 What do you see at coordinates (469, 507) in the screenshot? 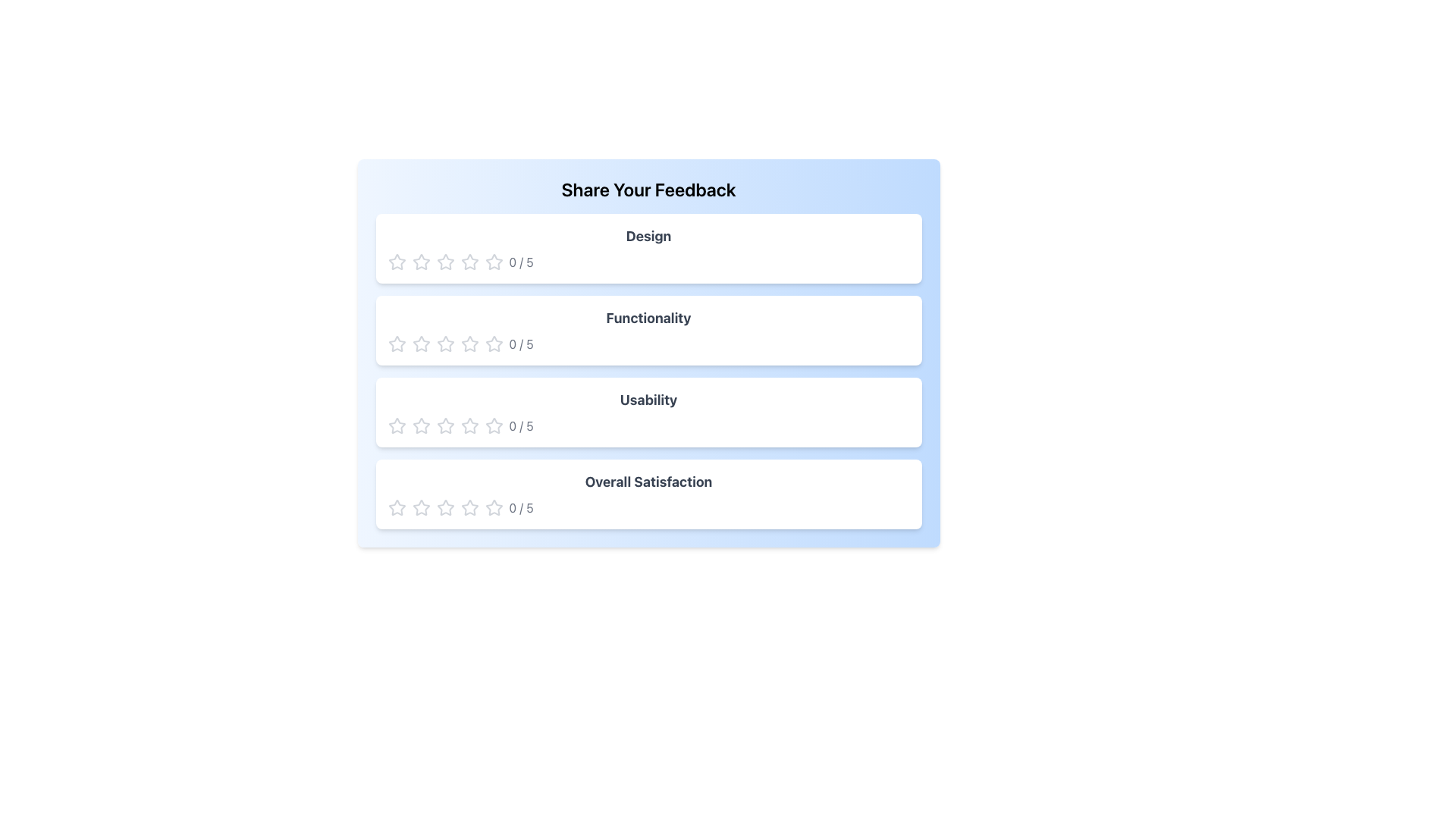
I see `the first star icon in the rating section for 'Overall Satisfaction'` at bounding box center [469, 507].